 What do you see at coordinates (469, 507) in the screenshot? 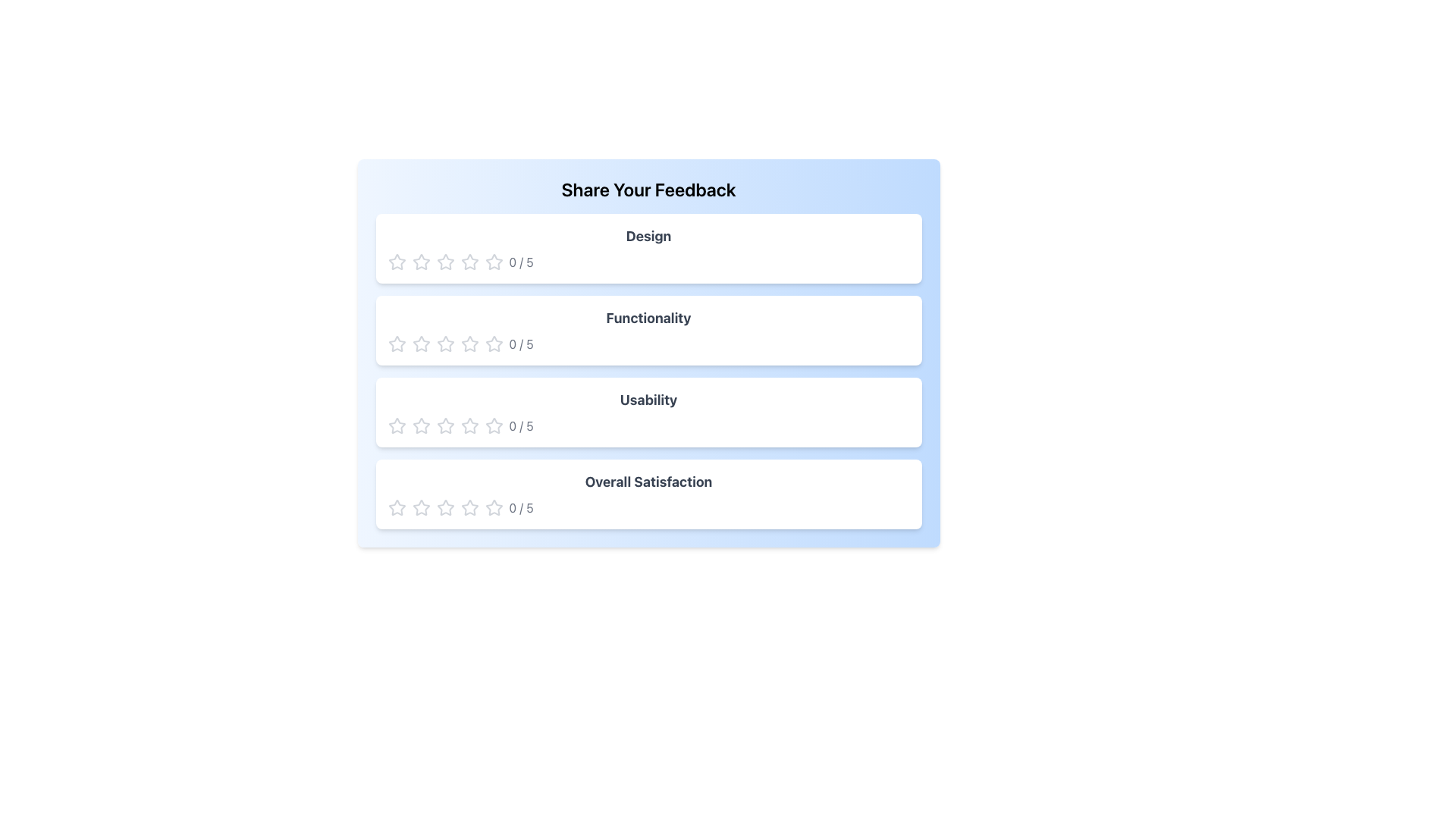
I see `the first star icon in the rating section for 'Overall Satisfaction'` at bounding box center [469, 507].